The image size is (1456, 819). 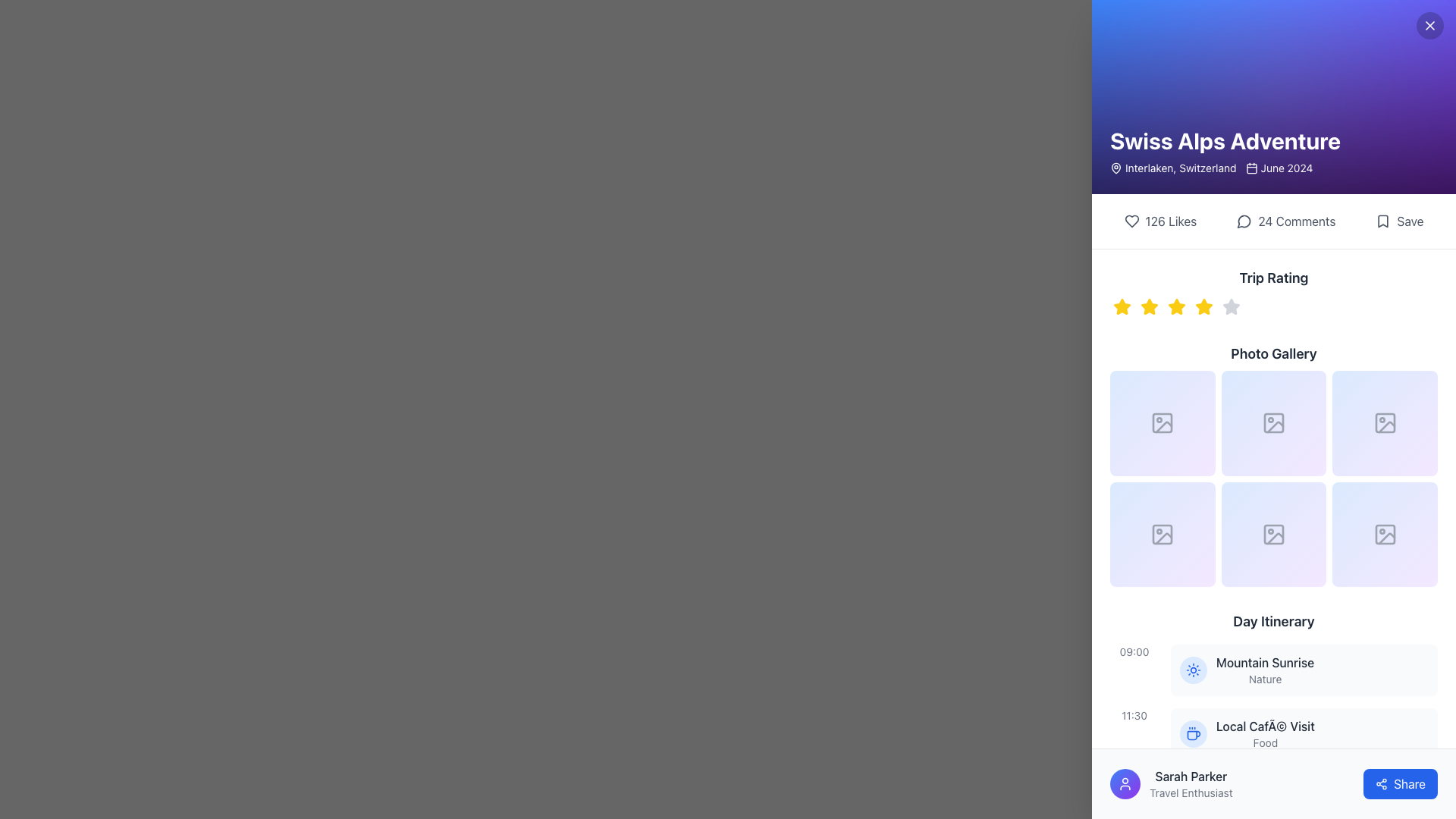 I want to click on the second entry in the Day Itinerary section of the itinerary, which provides details about a planned activity, so click(x=1274, y=733).